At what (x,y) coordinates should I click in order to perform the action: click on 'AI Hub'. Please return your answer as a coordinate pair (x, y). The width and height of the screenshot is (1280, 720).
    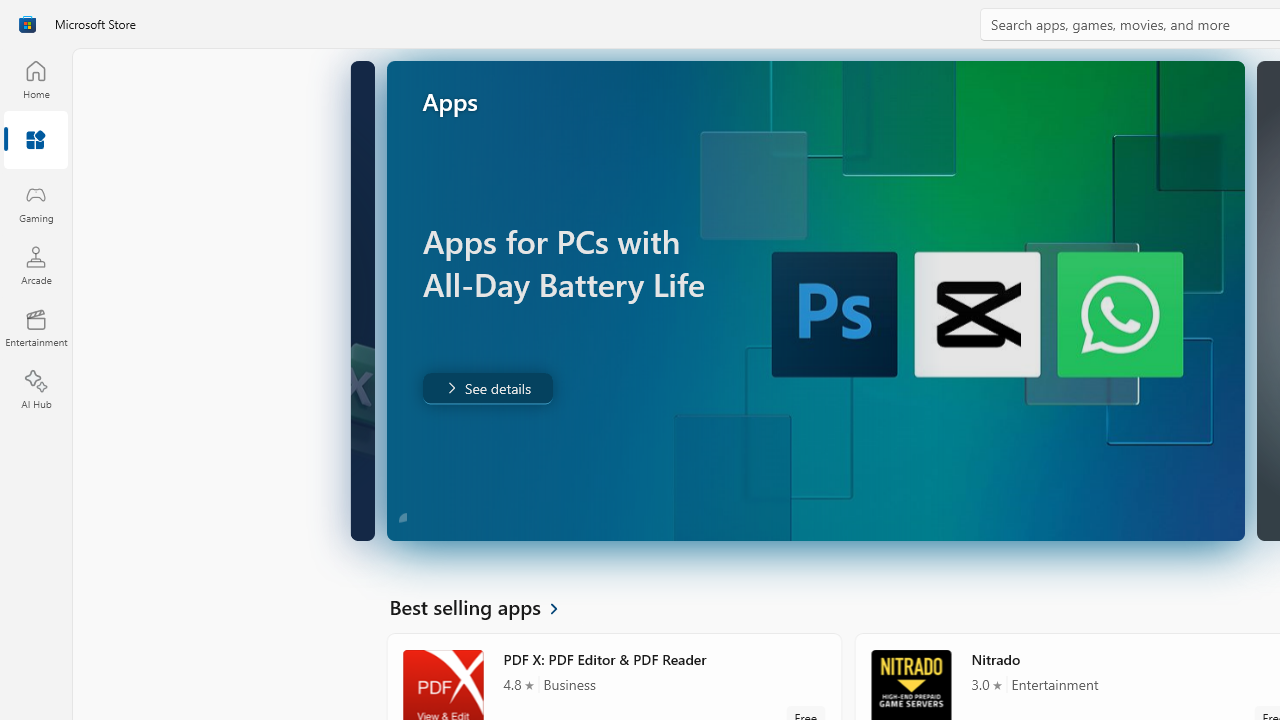
    Looking at the image, I should click on (35, 390).